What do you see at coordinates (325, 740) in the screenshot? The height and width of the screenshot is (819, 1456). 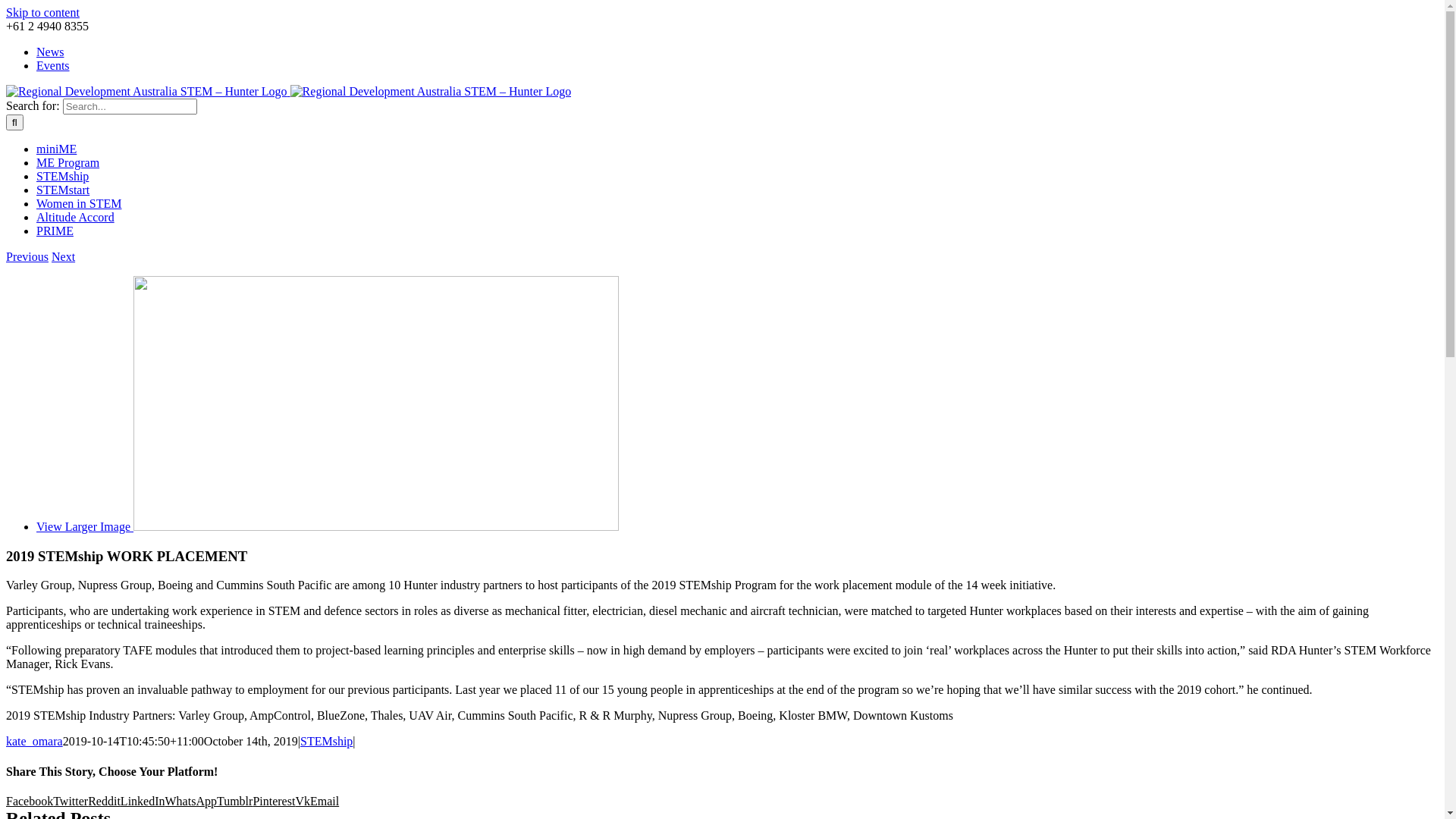 I see `'STEMship'` at bounding box center [325, 740].